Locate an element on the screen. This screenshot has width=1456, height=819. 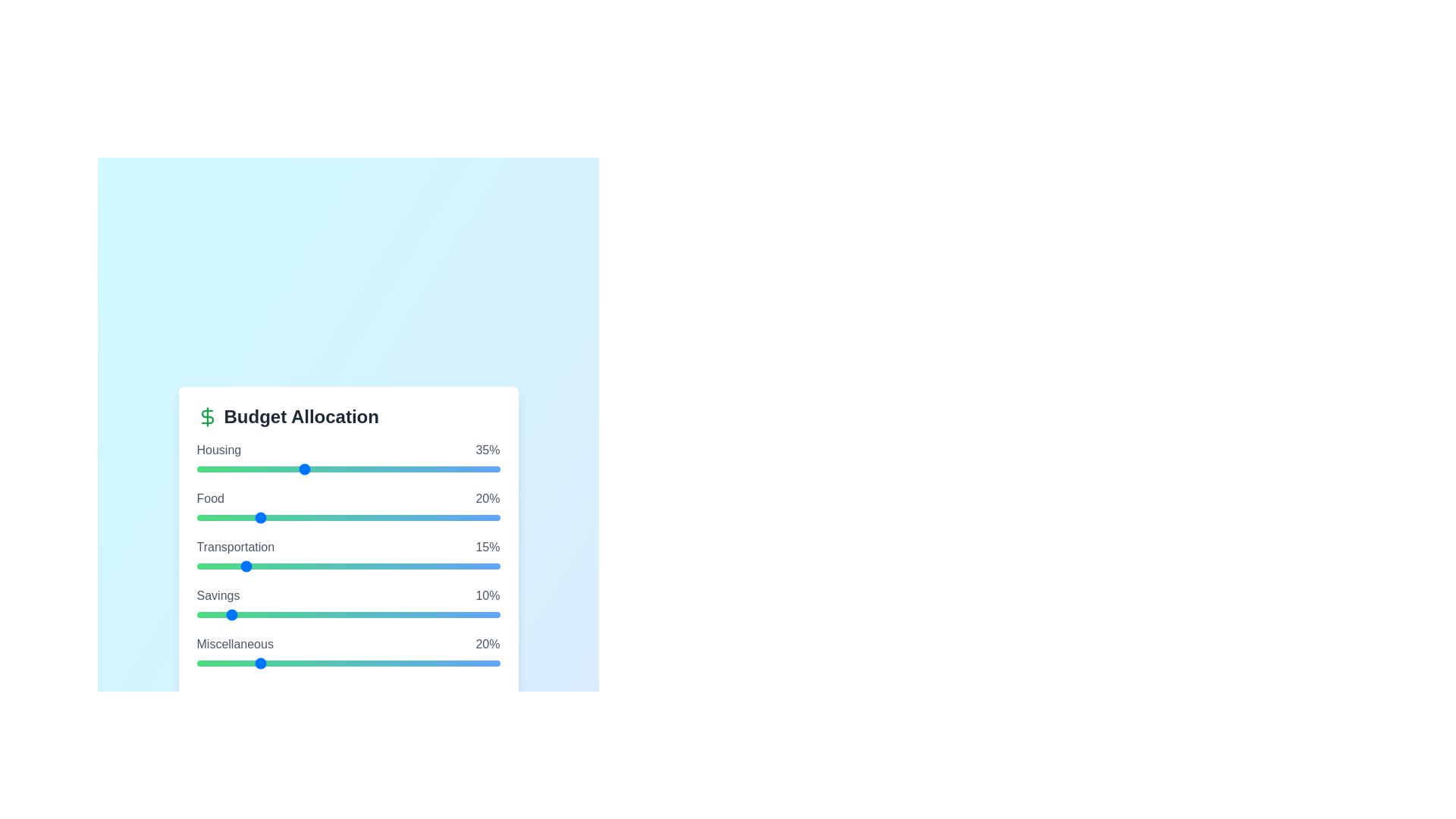
the category name Food to focus on it is located at coordinates (209, 499).